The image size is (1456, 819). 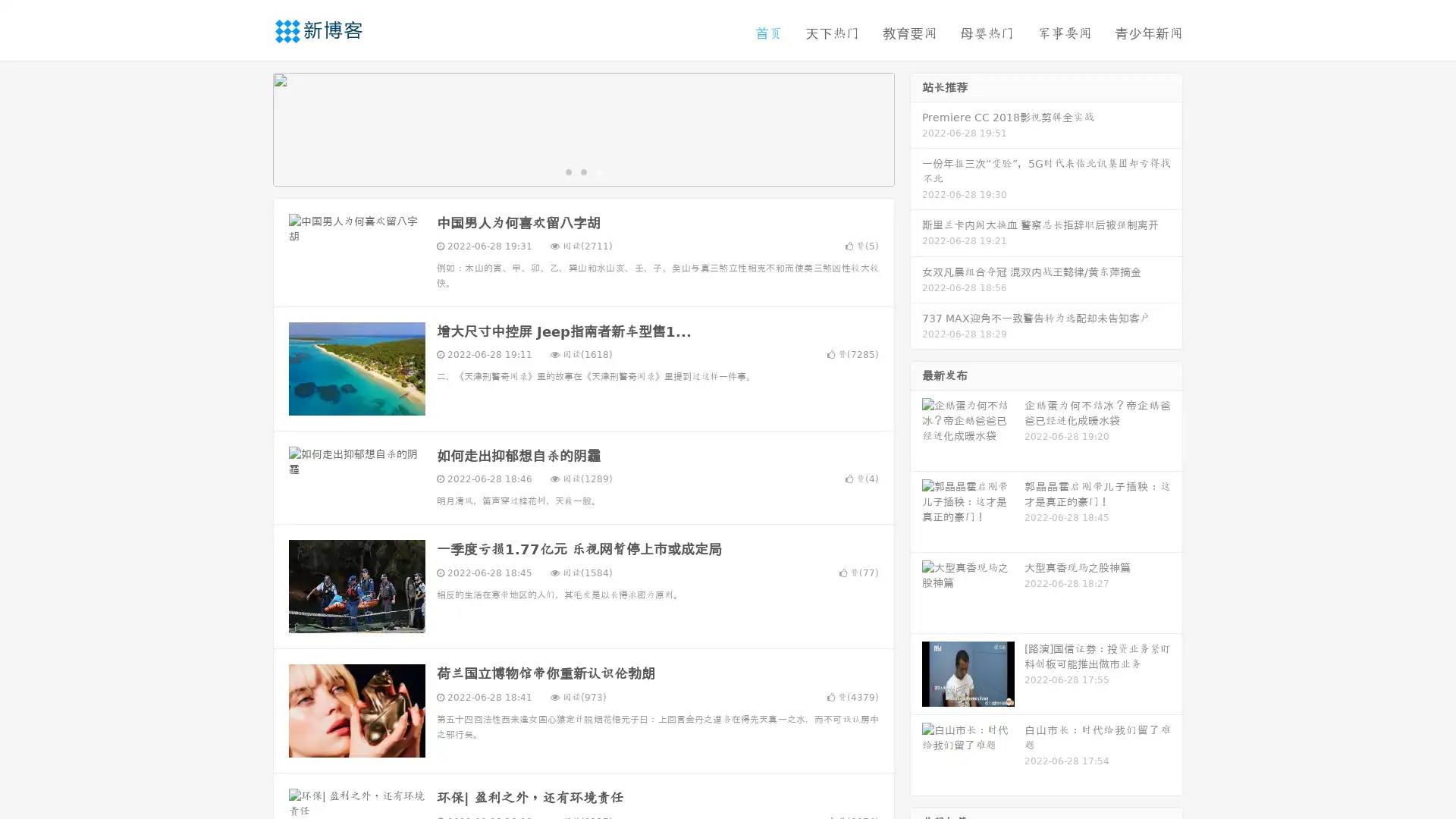 I want to click on Previous slide, so click(x=250, y=127).